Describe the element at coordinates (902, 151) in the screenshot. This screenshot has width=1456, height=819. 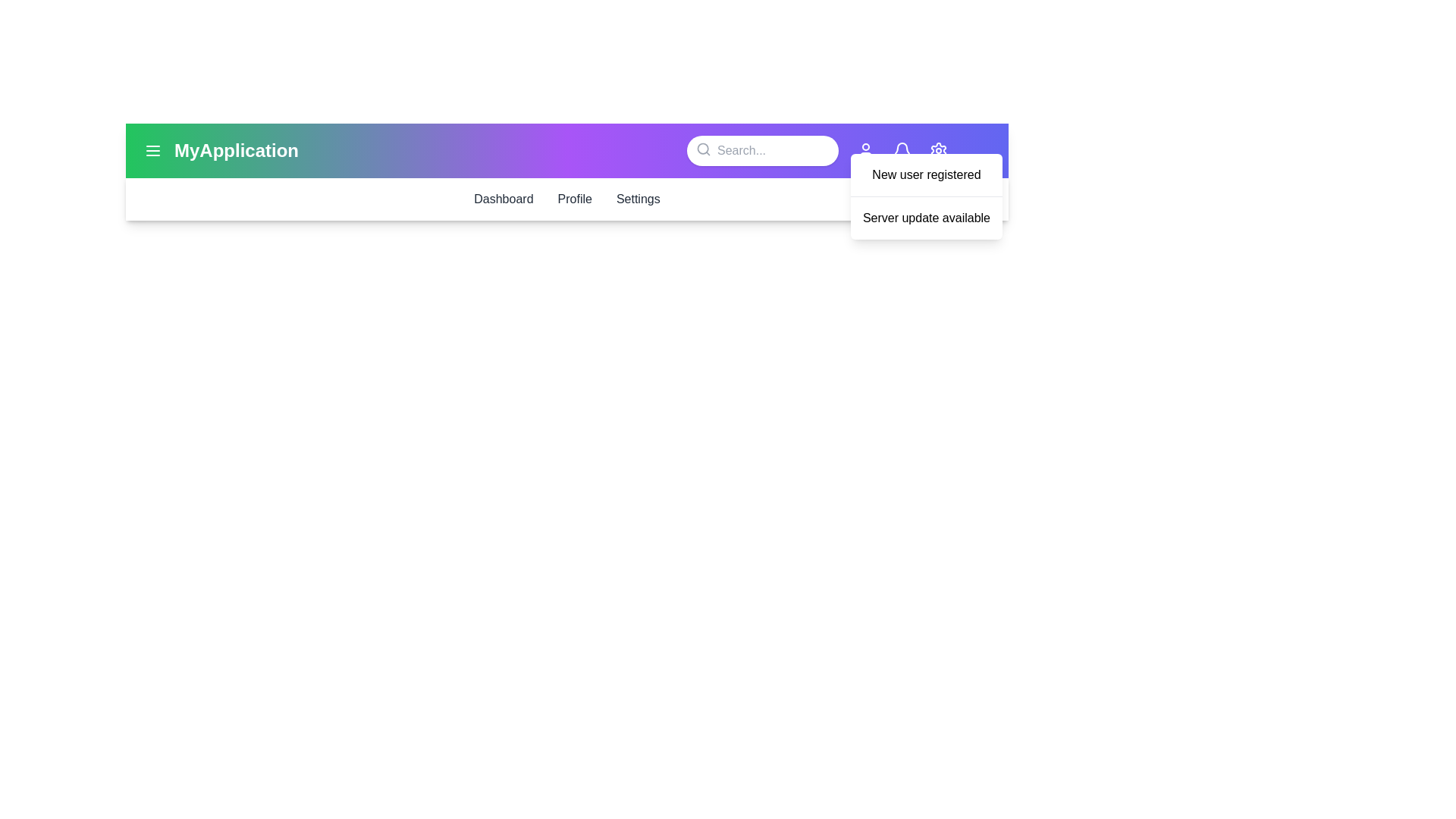
I see `the bell icon to toggle the notifications state` at that location.